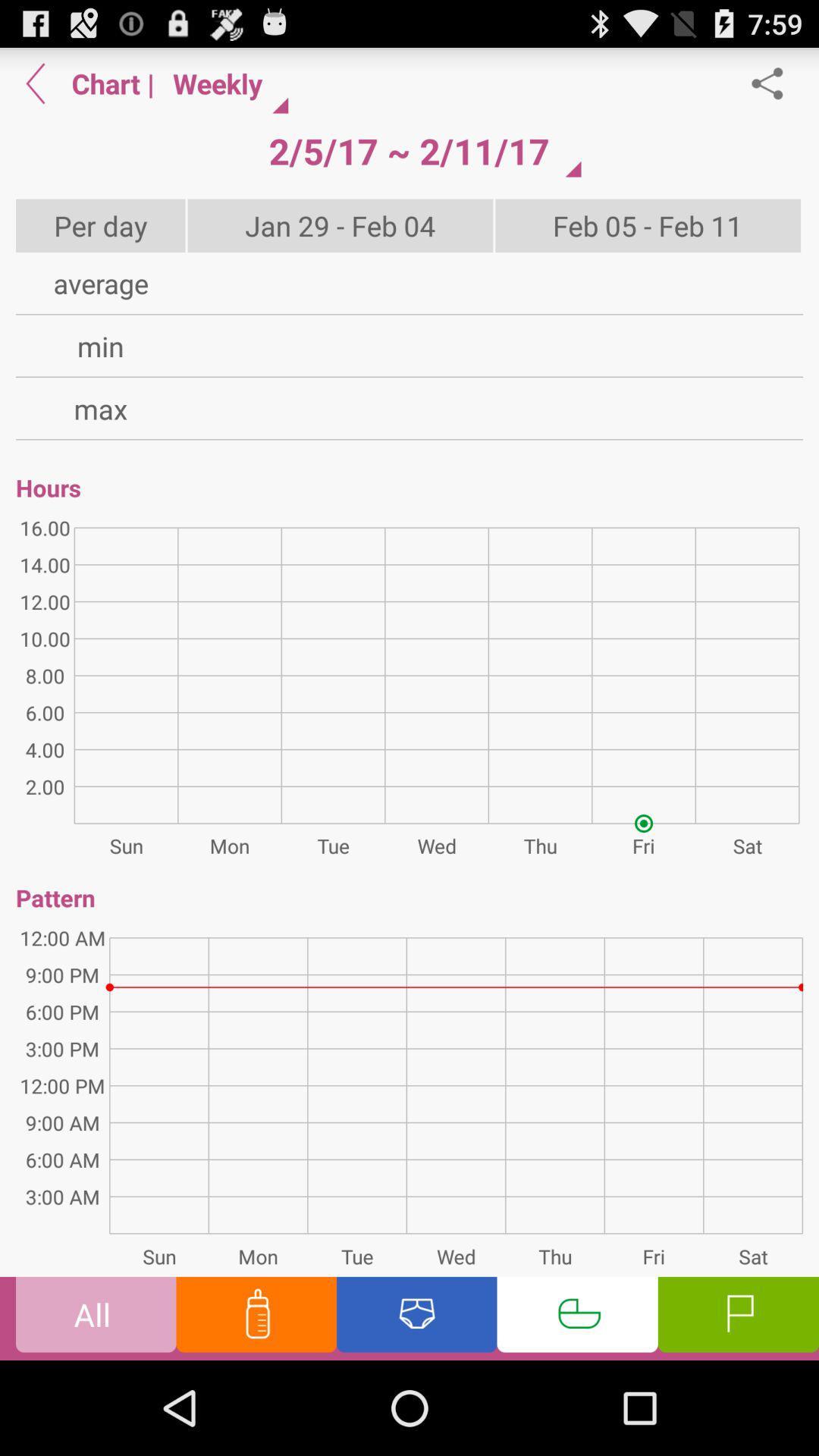  What do you see at coordinates (35, 89) in the screenshot?
I see `the arrow_backward icon` at bounding box center [35, 89].